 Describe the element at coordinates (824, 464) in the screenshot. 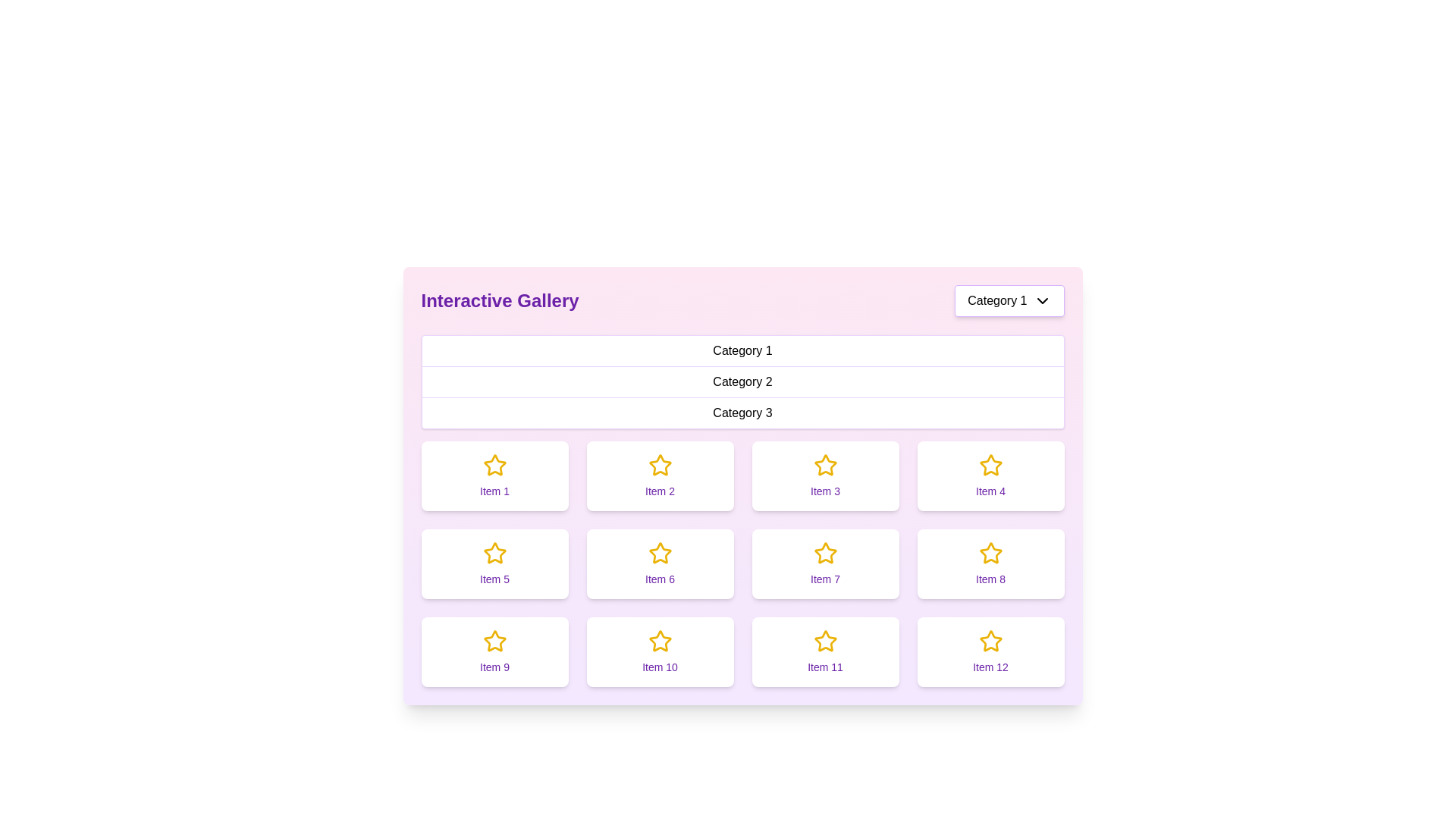

I see `the star-shaped icon with a yellow border labeled 'Item 3' in the 4x3 grid layout` at that location.